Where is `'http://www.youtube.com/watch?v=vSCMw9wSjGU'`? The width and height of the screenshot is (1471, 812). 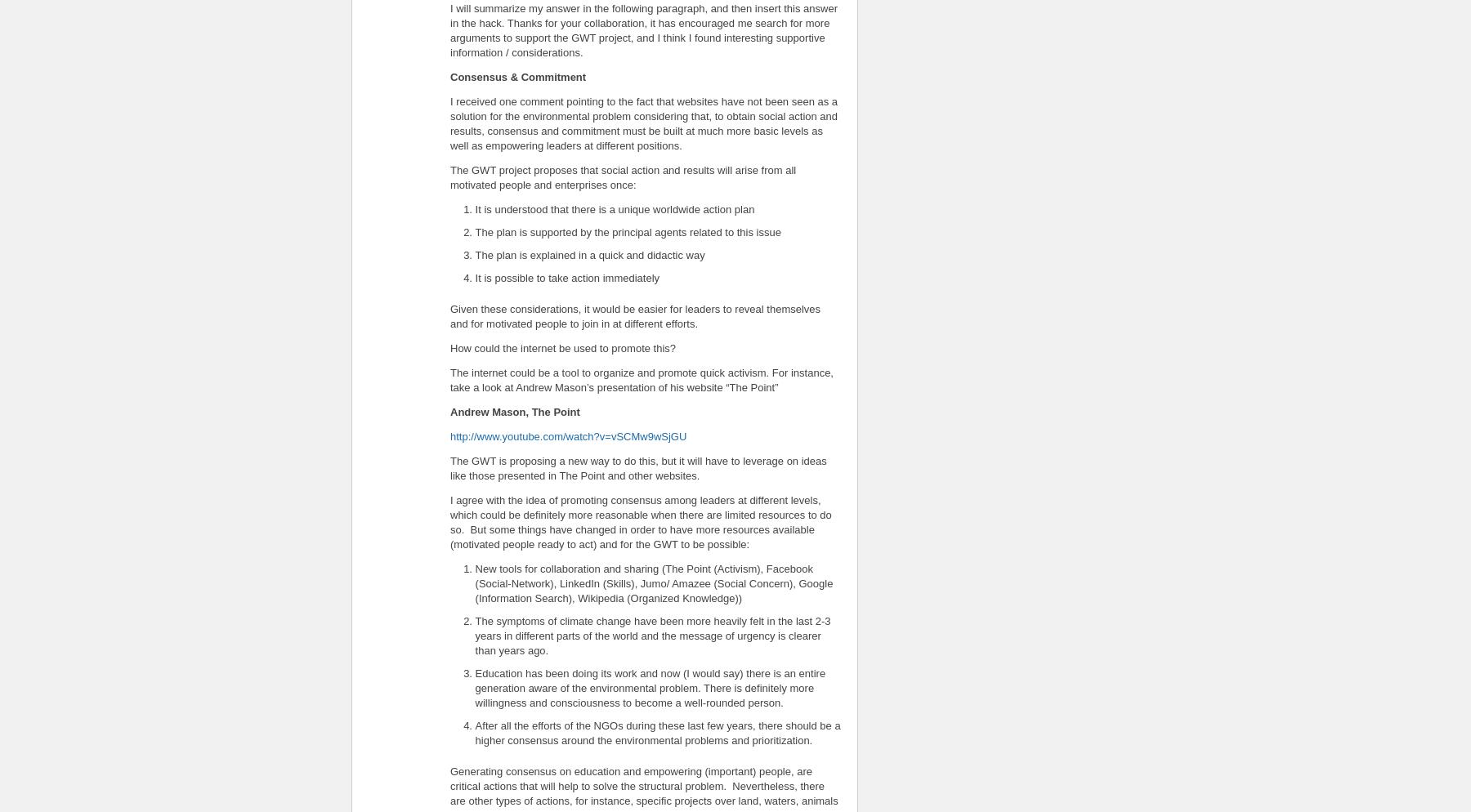
'http://www.youtube.com/watch?v=vSCMw9wSjGU' is located at coordinates (567, 435).